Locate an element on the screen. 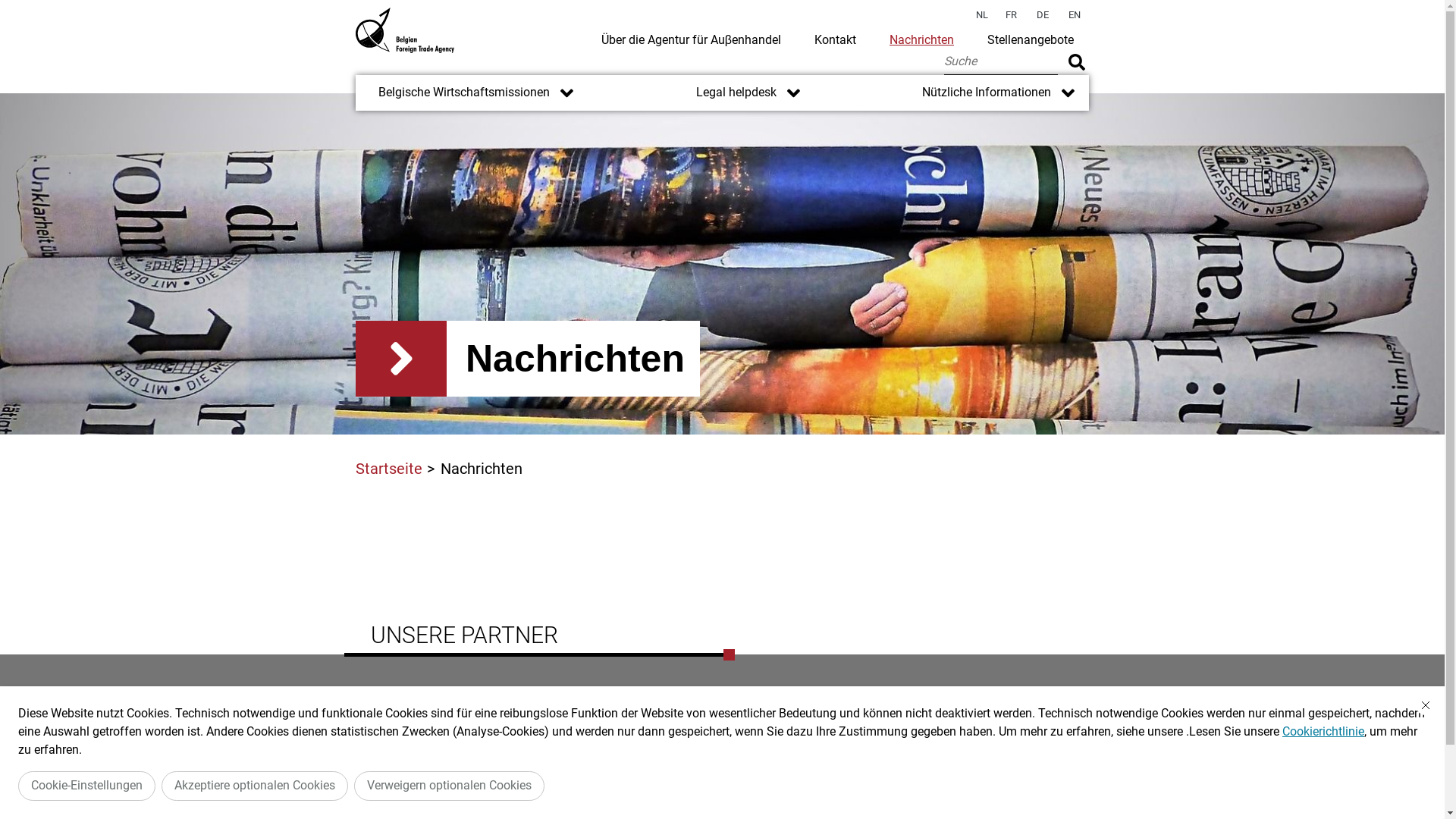  'Apply' is located at coordinates (1076, 61).